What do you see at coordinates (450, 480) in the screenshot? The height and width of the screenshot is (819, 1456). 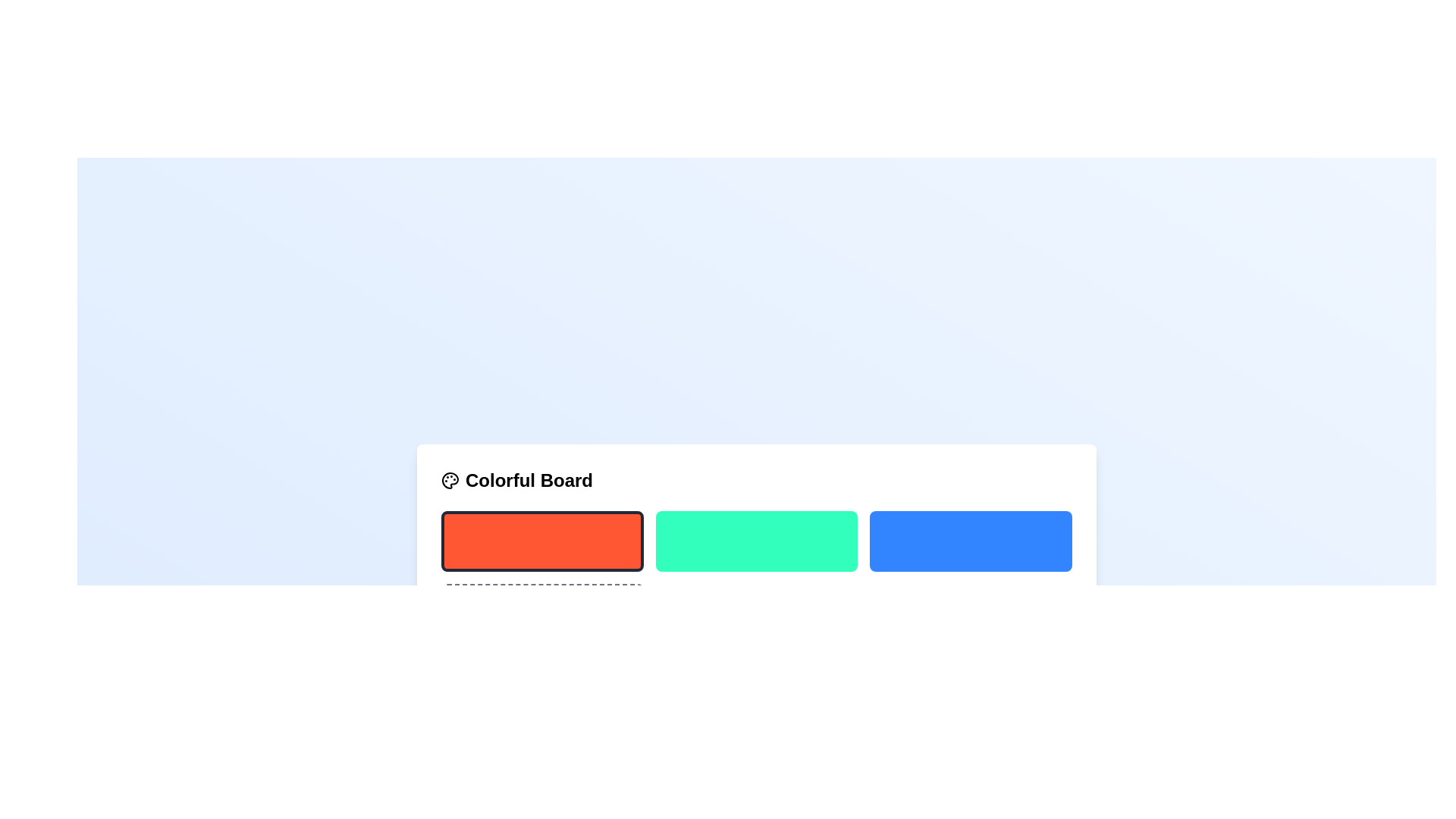 I see `the circular graphic icon resembling a color palette, located to the left of the 'Colorful Board' text` at bounding box center [450, 480].